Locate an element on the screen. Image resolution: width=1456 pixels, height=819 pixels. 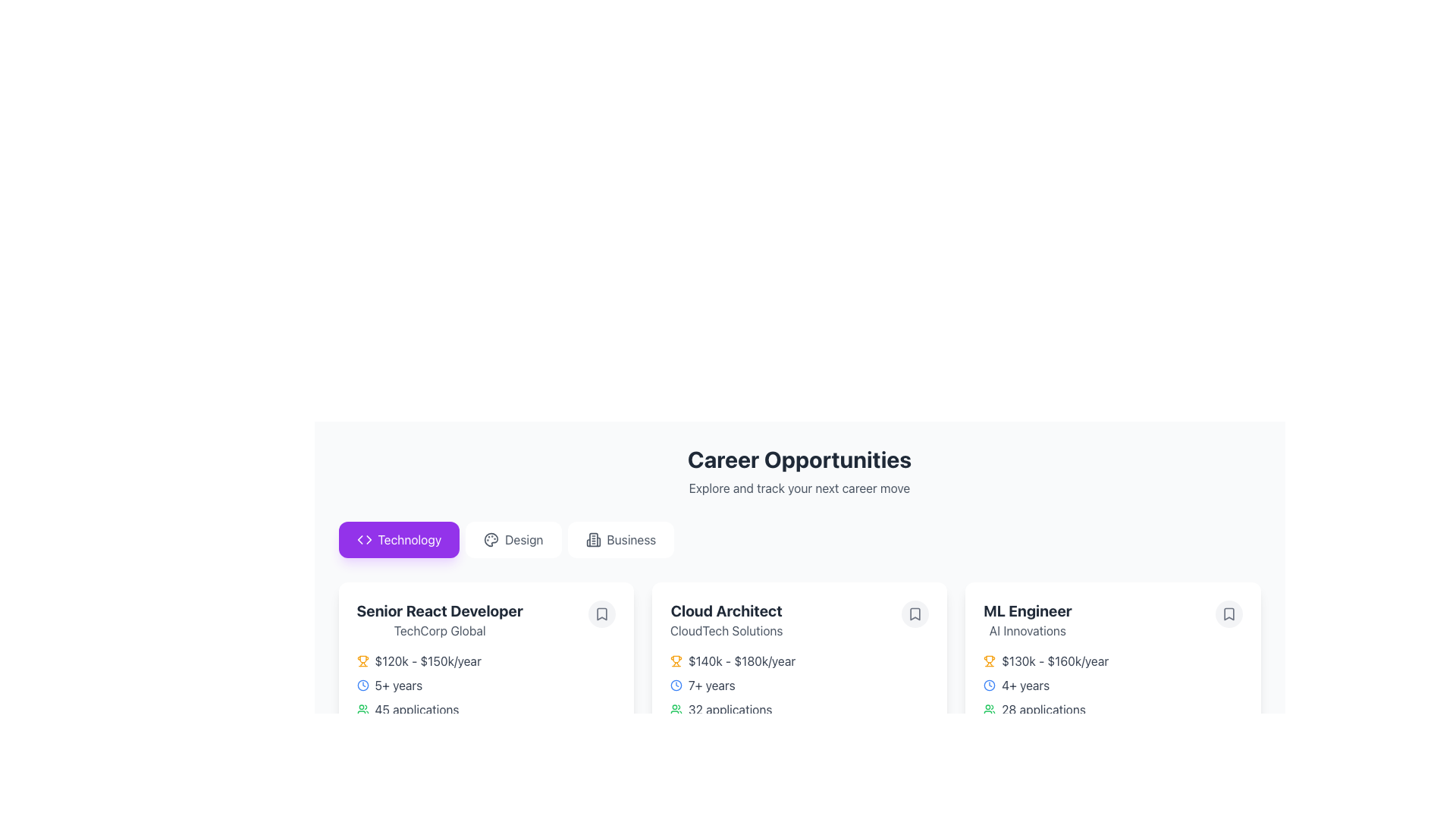
the 'Technology' text label, which is the leftmost tab in a horizontal group is located at coordinates (409, 539).